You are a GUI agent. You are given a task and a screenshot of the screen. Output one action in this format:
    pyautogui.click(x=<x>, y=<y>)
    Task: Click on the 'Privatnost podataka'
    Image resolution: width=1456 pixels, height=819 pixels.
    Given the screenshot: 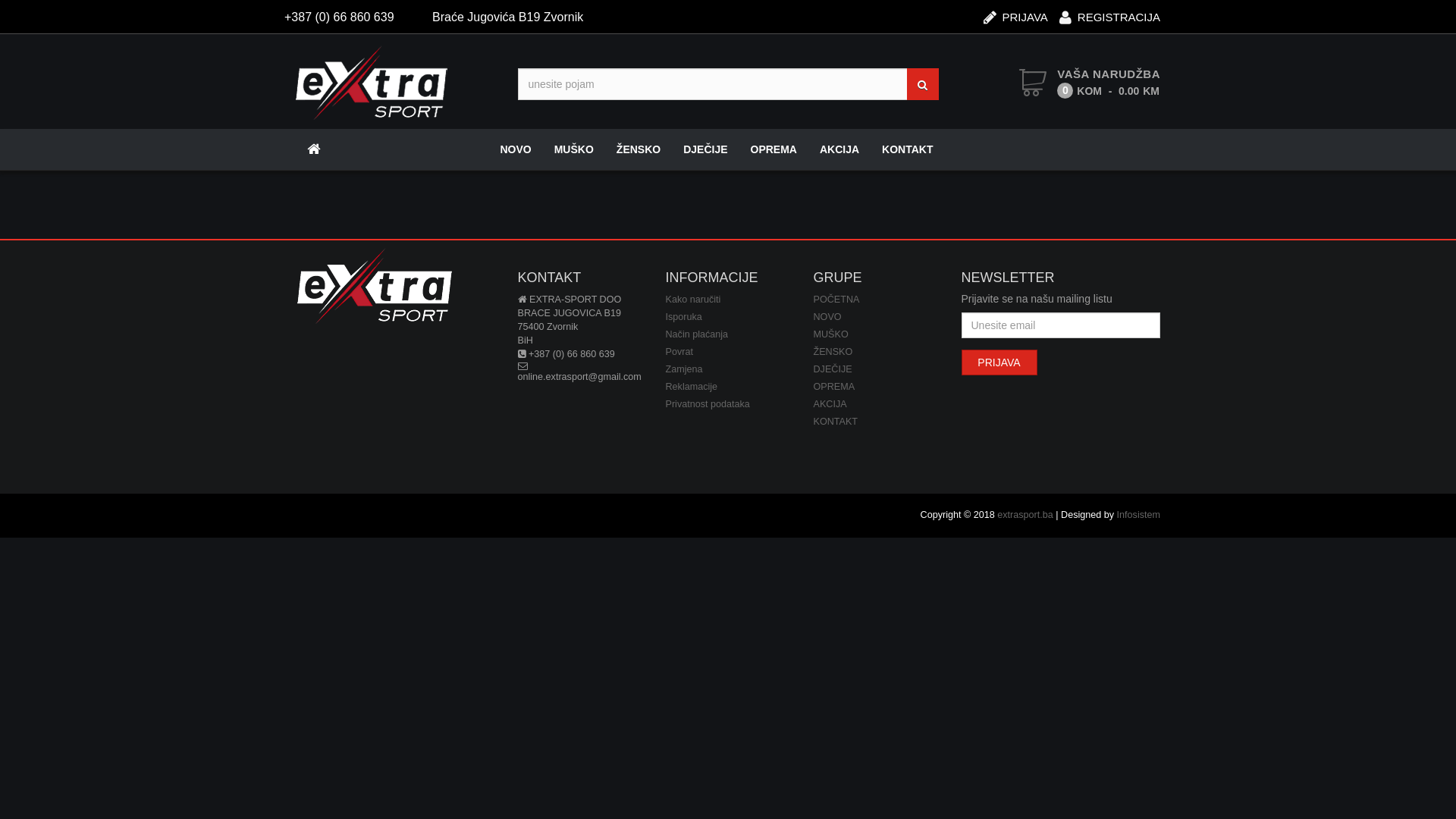 What is the action you would take?
    pyautogui.click(x=707, y=403)
    